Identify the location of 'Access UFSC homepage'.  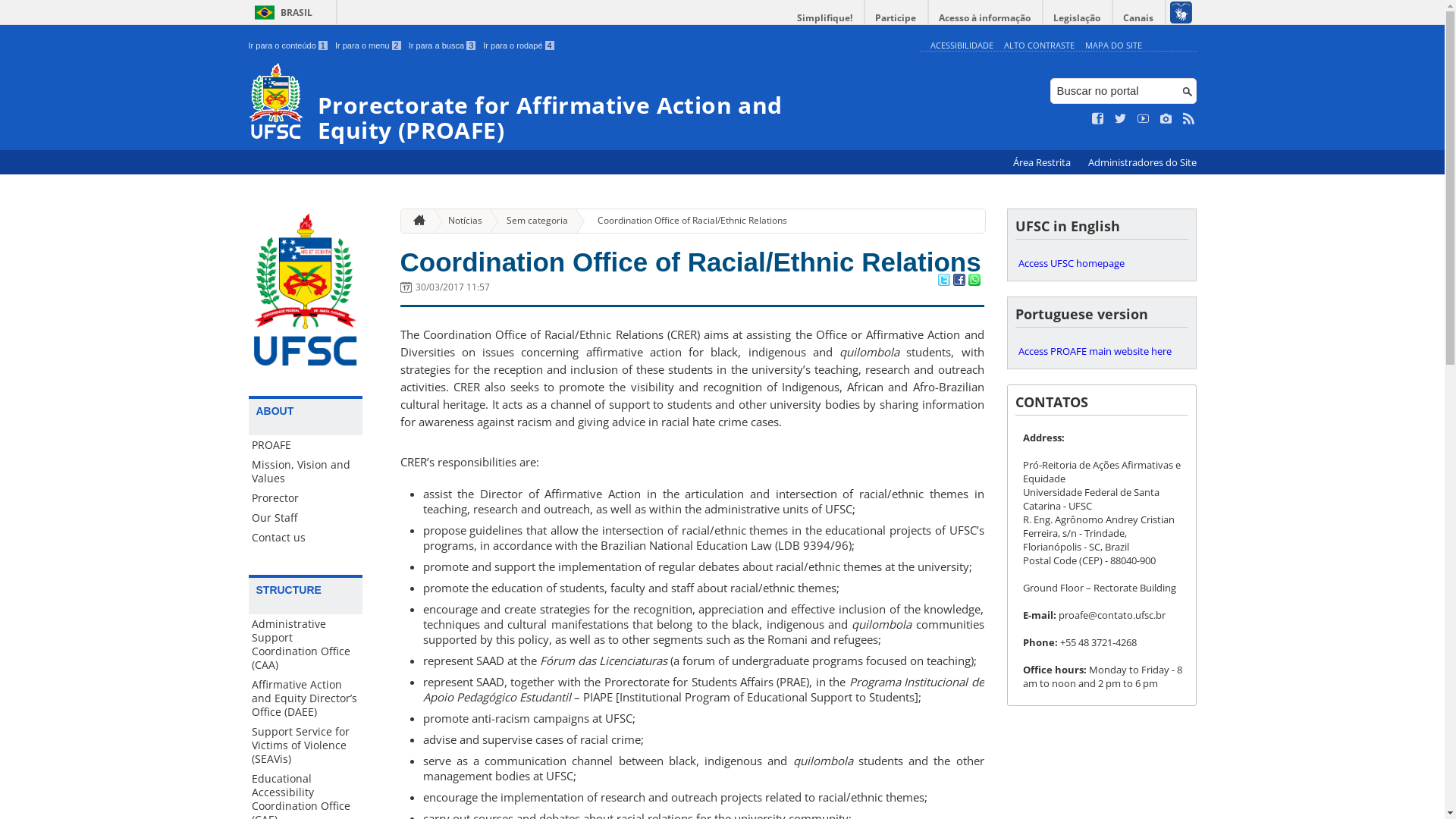
(1015, 262).